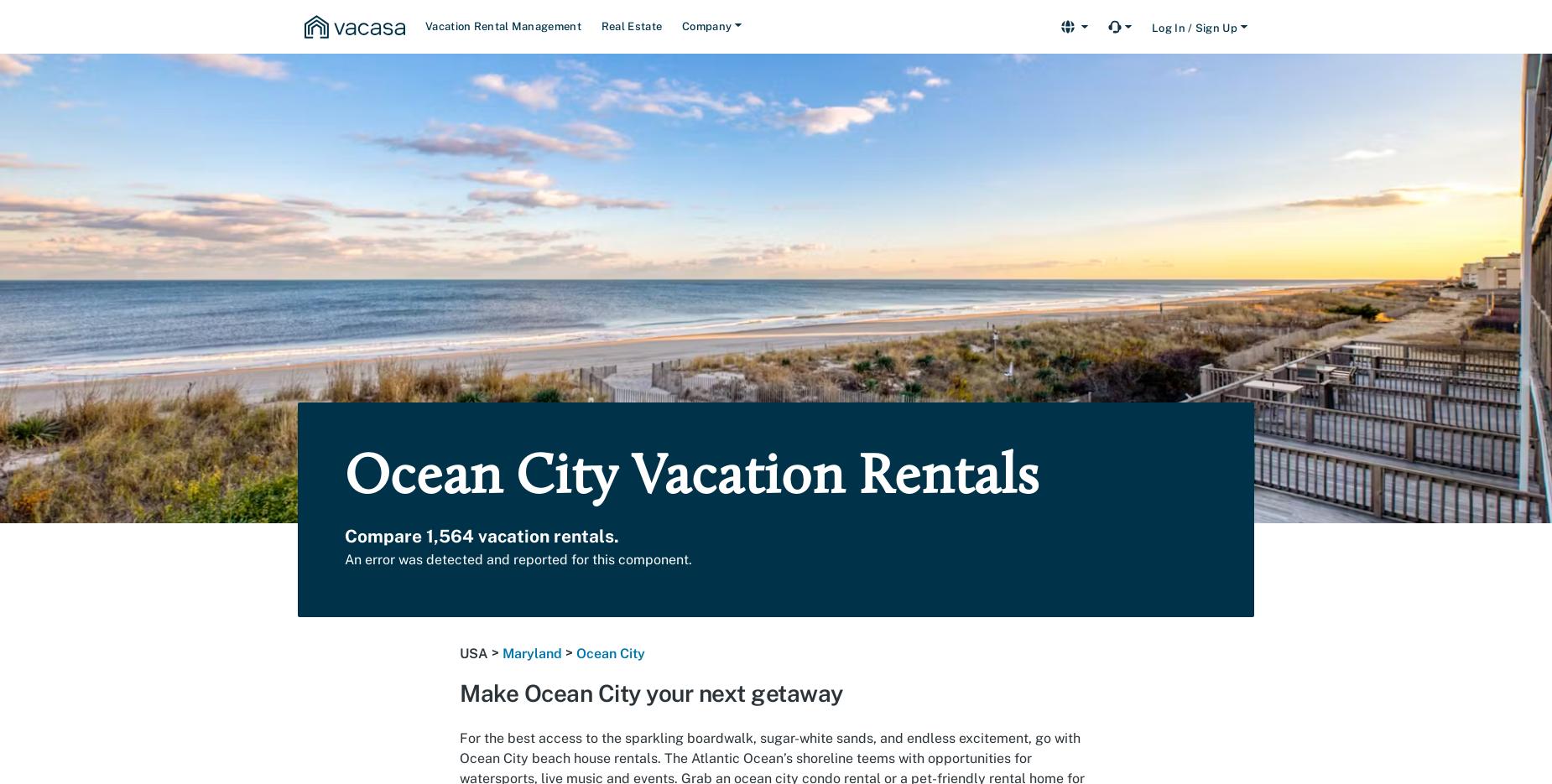 This screenshot has height=784, width=1552. I want to click on 'Company', so click(706, 25).